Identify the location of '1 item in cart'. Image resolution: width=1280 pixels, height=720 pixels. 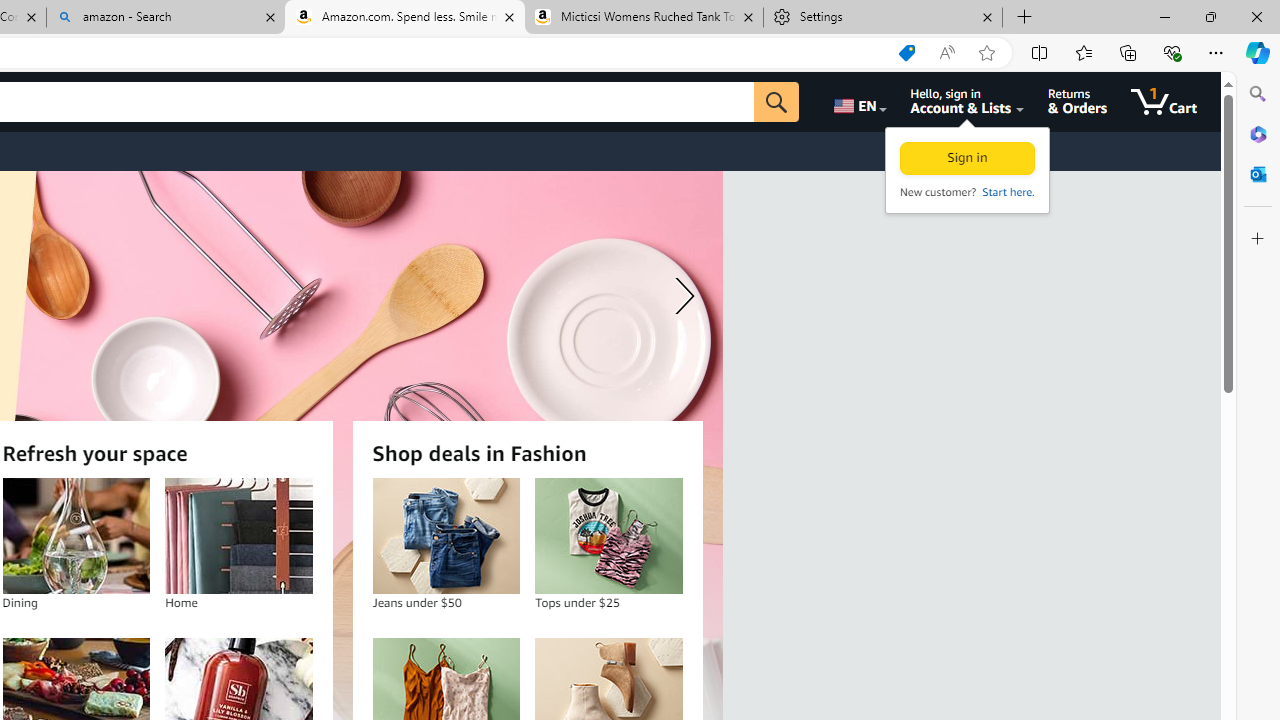
(1164, 101).